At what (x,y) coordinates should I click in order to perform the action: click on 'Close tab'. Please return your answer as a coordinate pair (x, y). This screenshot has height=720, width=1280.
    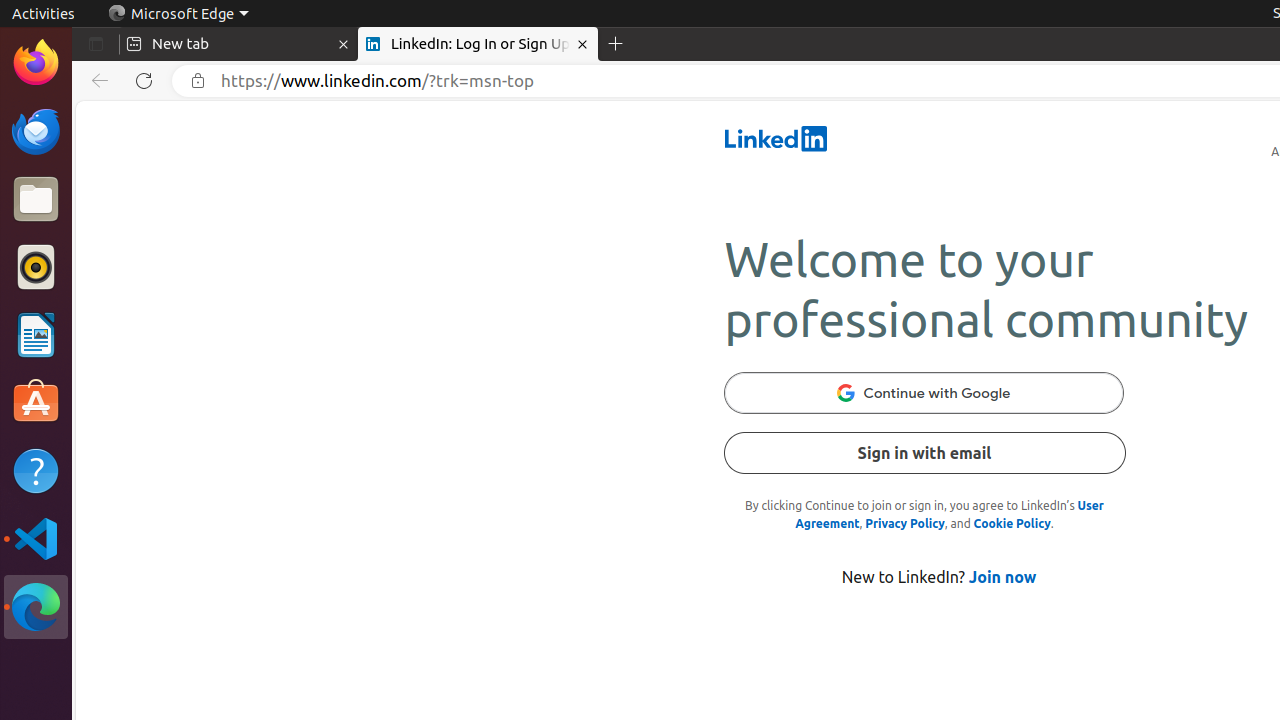
    Looking at the image, I should click on (343, 44).